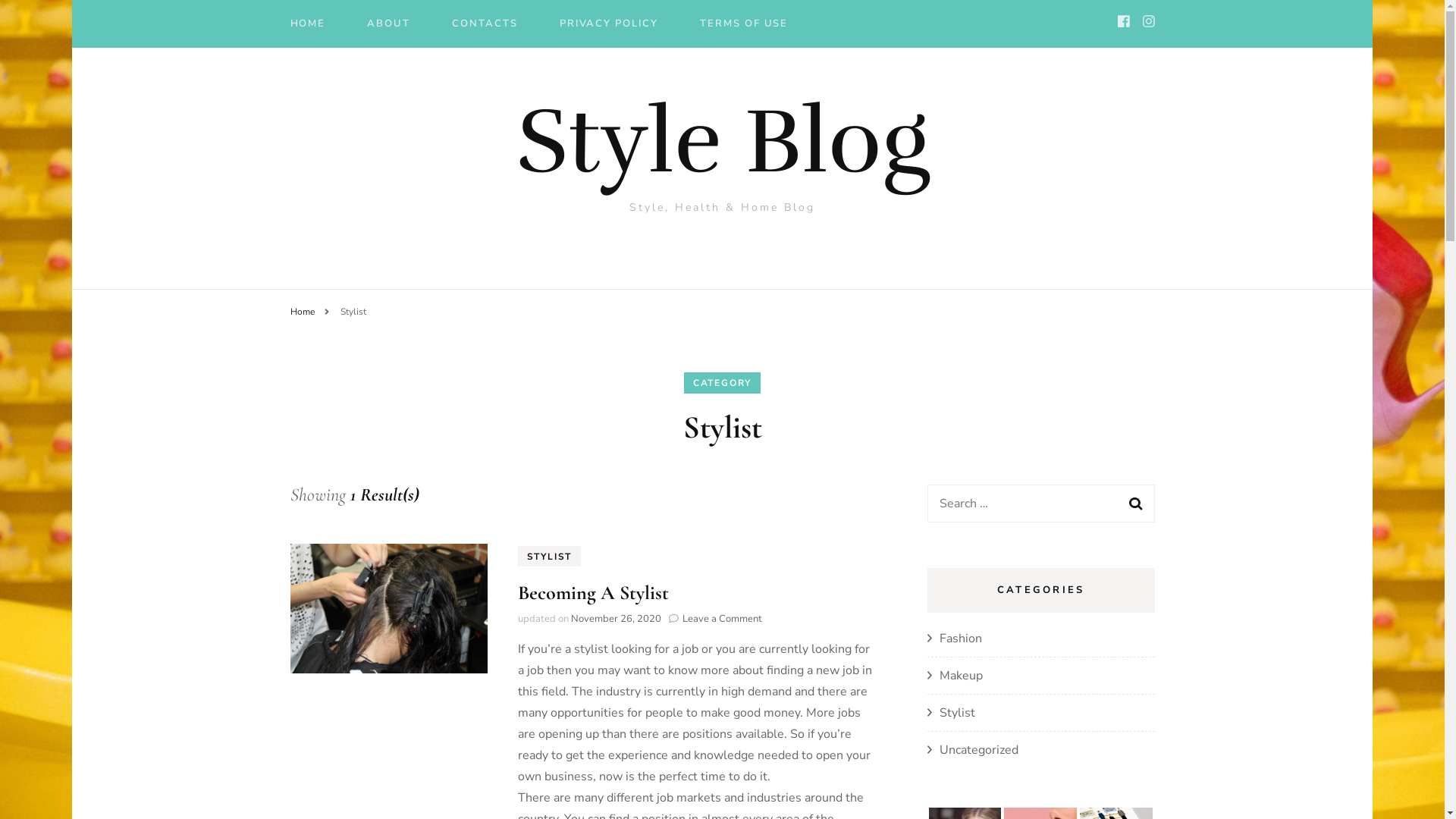 The width and height of the screenshot is (1456, 819). I want to click on 'Stylist', so click(955, 713).